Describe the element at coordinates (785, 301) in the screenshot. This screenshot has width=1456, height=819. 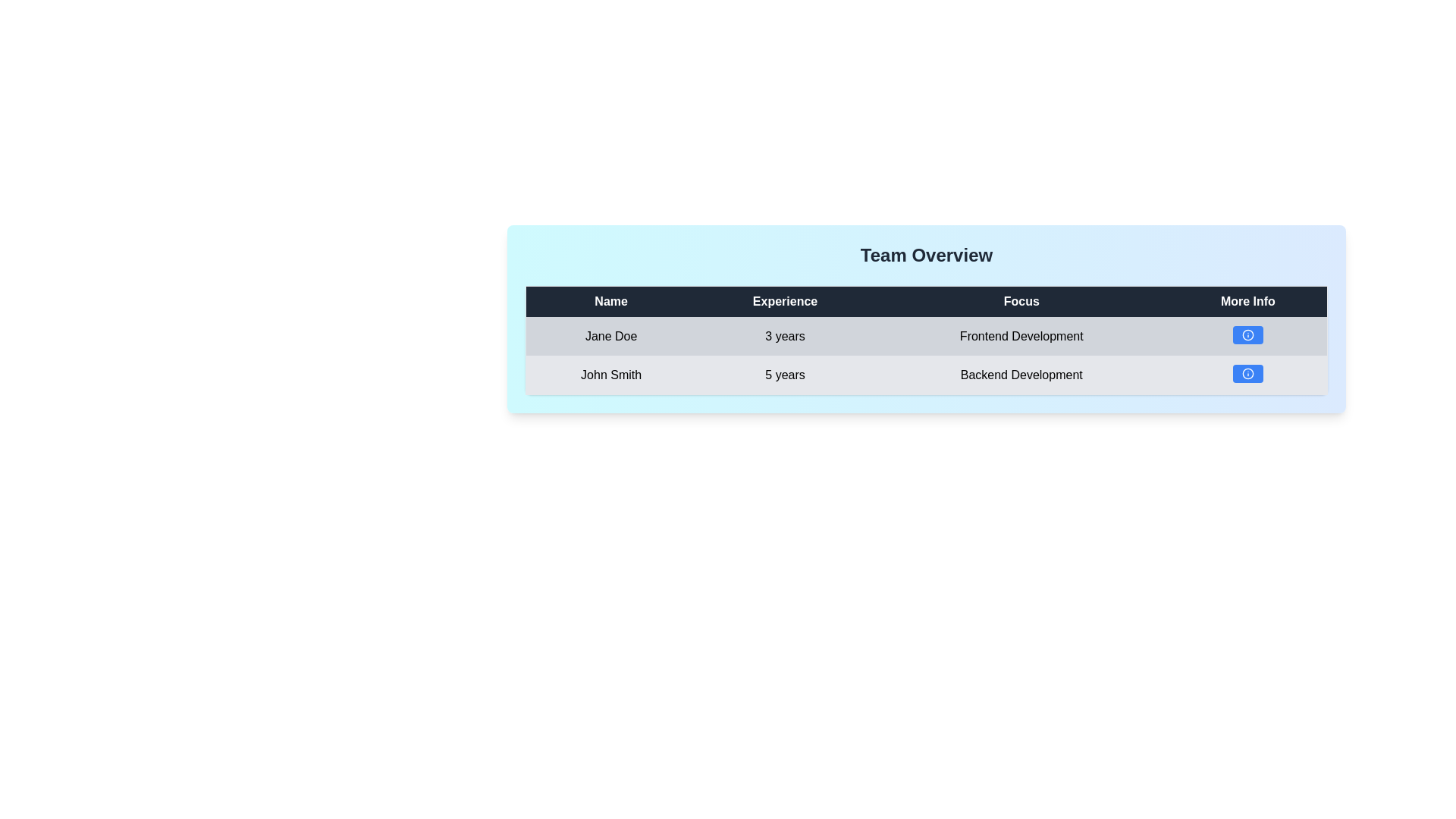
I see `the 'Experience' header label in the table, which has a dark background and white text, positioned between 'Name' and 'Focus'` at that location.